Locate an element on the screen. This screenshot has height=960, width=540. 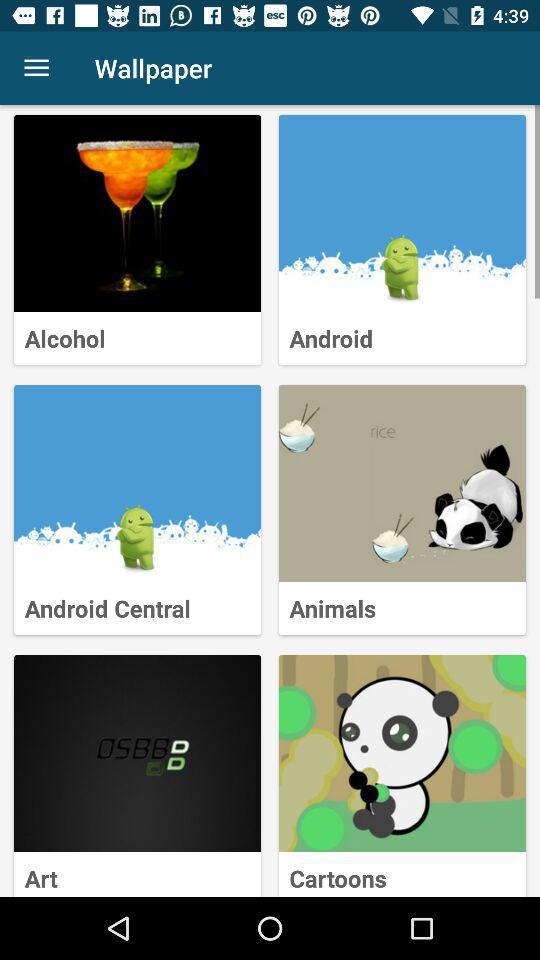
change wallpaper is located at coordinates (402, 213).